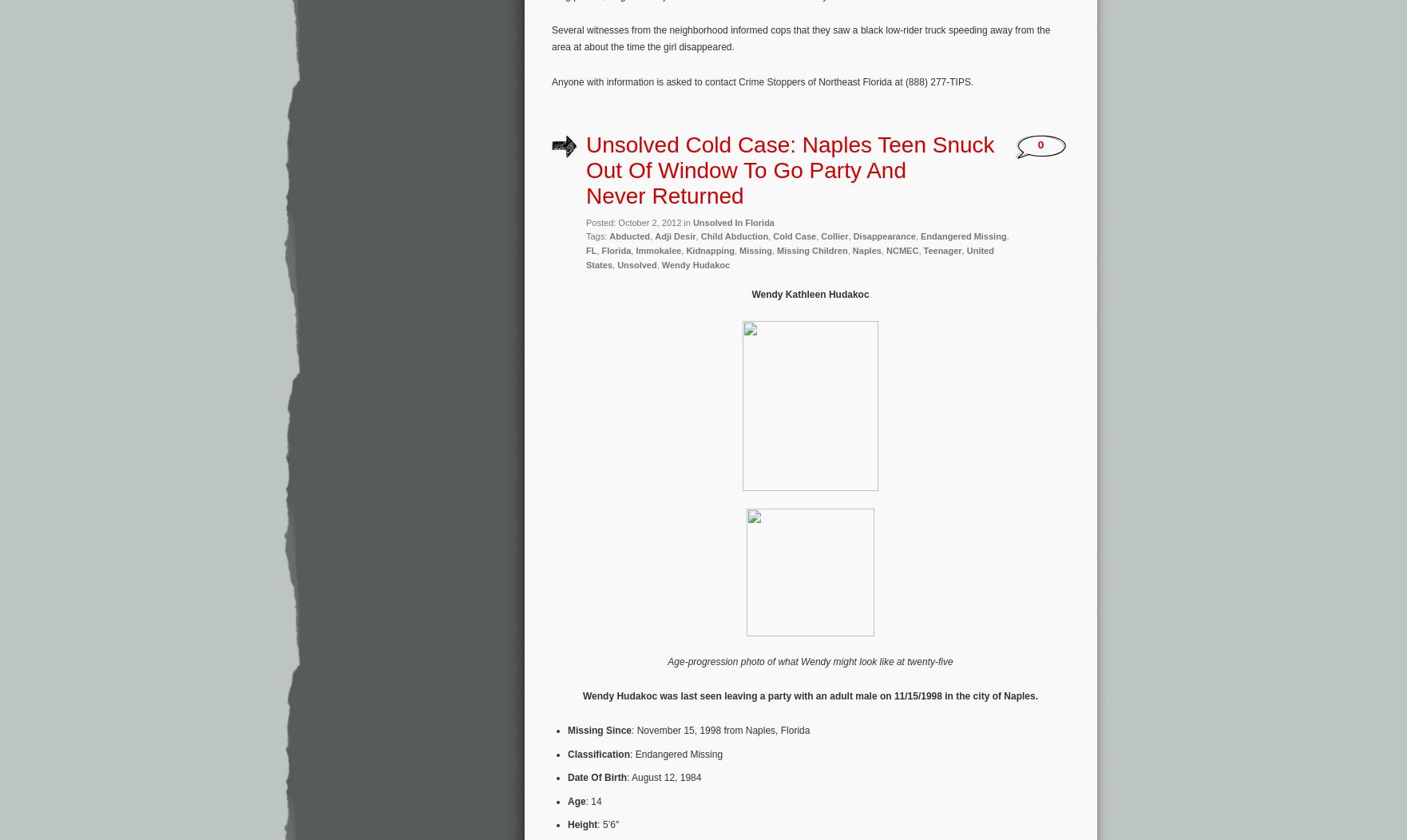 This screenshot has height=840, width=1407. What do you see at coordinates (593, 800) in the screenshot?
I see `': 14'` at bounding box center [593, 800].